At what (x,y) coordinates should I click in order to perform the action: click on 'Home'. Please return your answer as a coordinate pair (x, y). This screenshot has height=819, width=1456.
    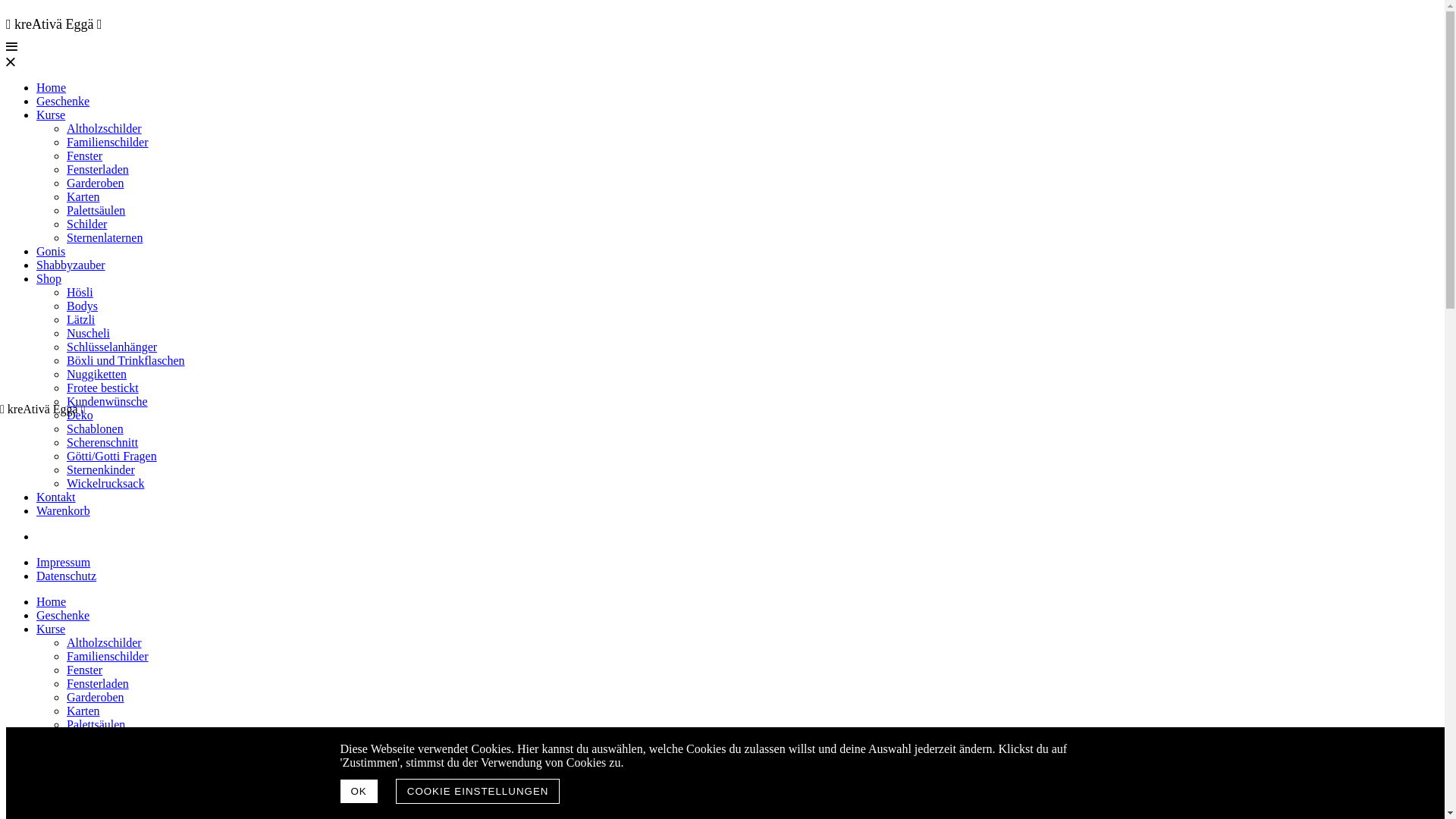
    Looking at the image, I should click on (51, 601).